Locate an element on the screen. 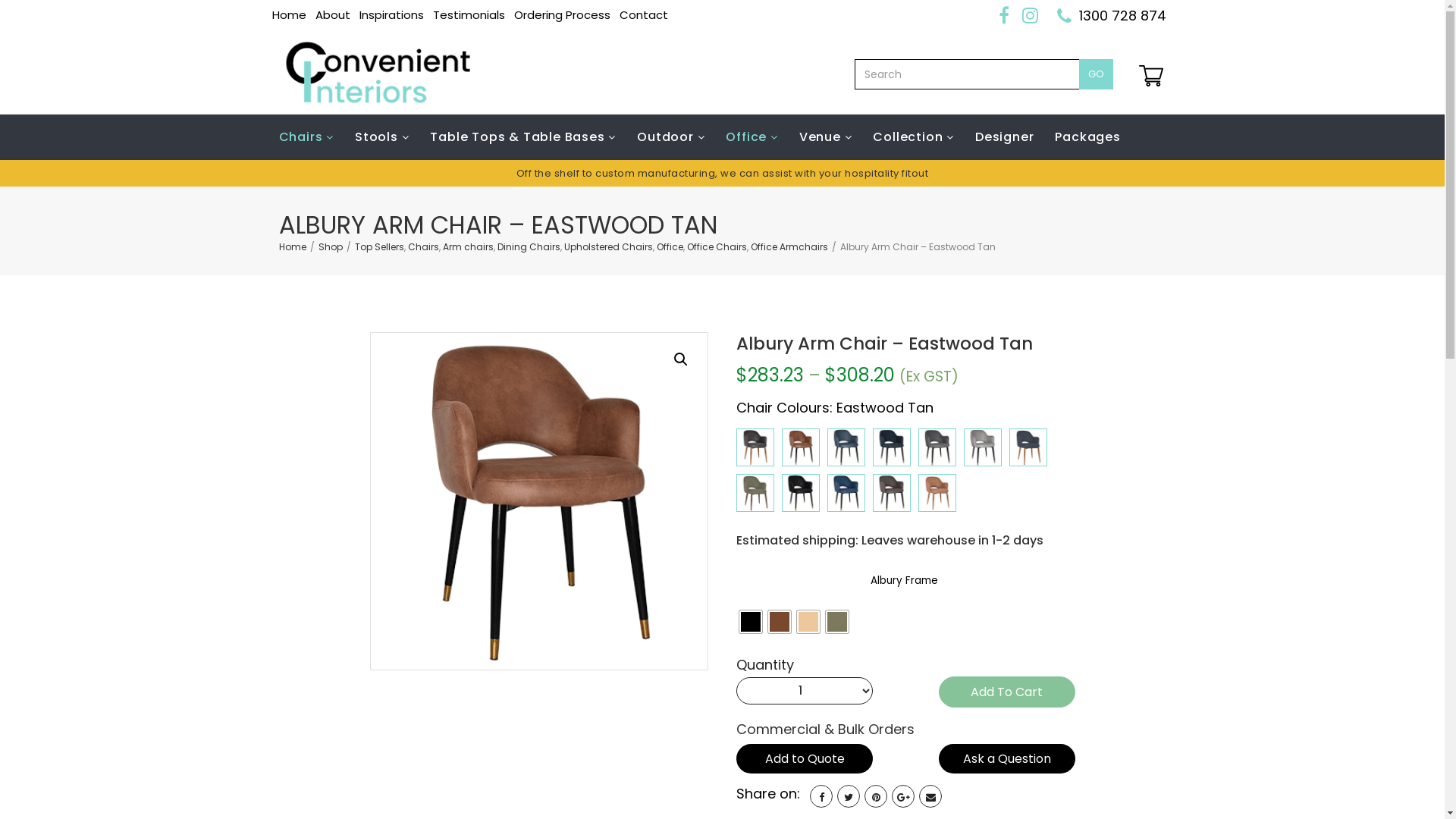 The width and height of the screenshot is (1456, 819). 'Metal(Slim)black Brass Caps' is located at coordinates (836, 622).